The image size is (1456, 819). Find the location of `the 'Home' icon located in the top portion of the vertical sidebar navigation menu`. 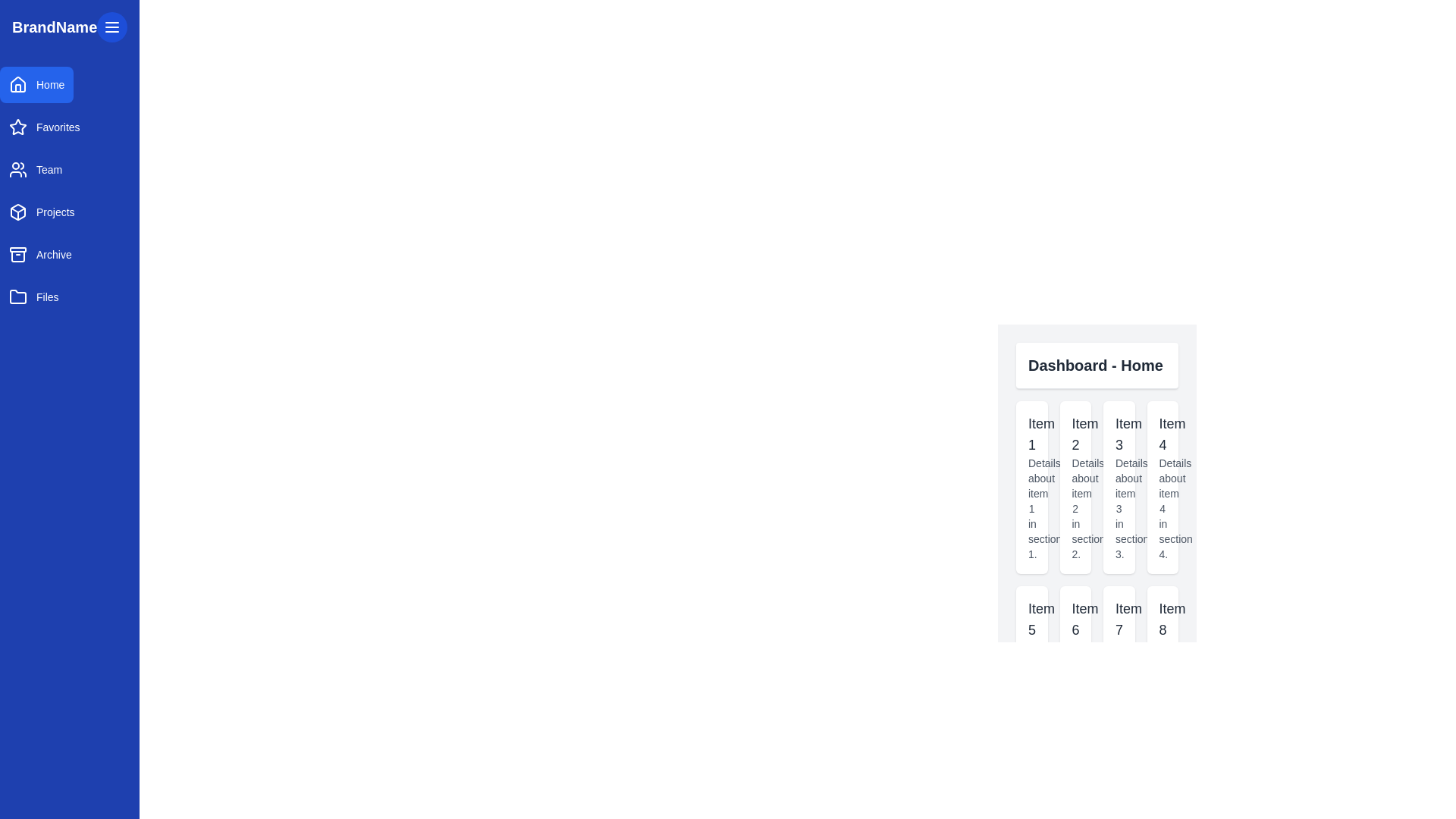

the 'Home' icon located in the top portion of the vertical sidebar navigation menu is located at coordinates (18, 84).